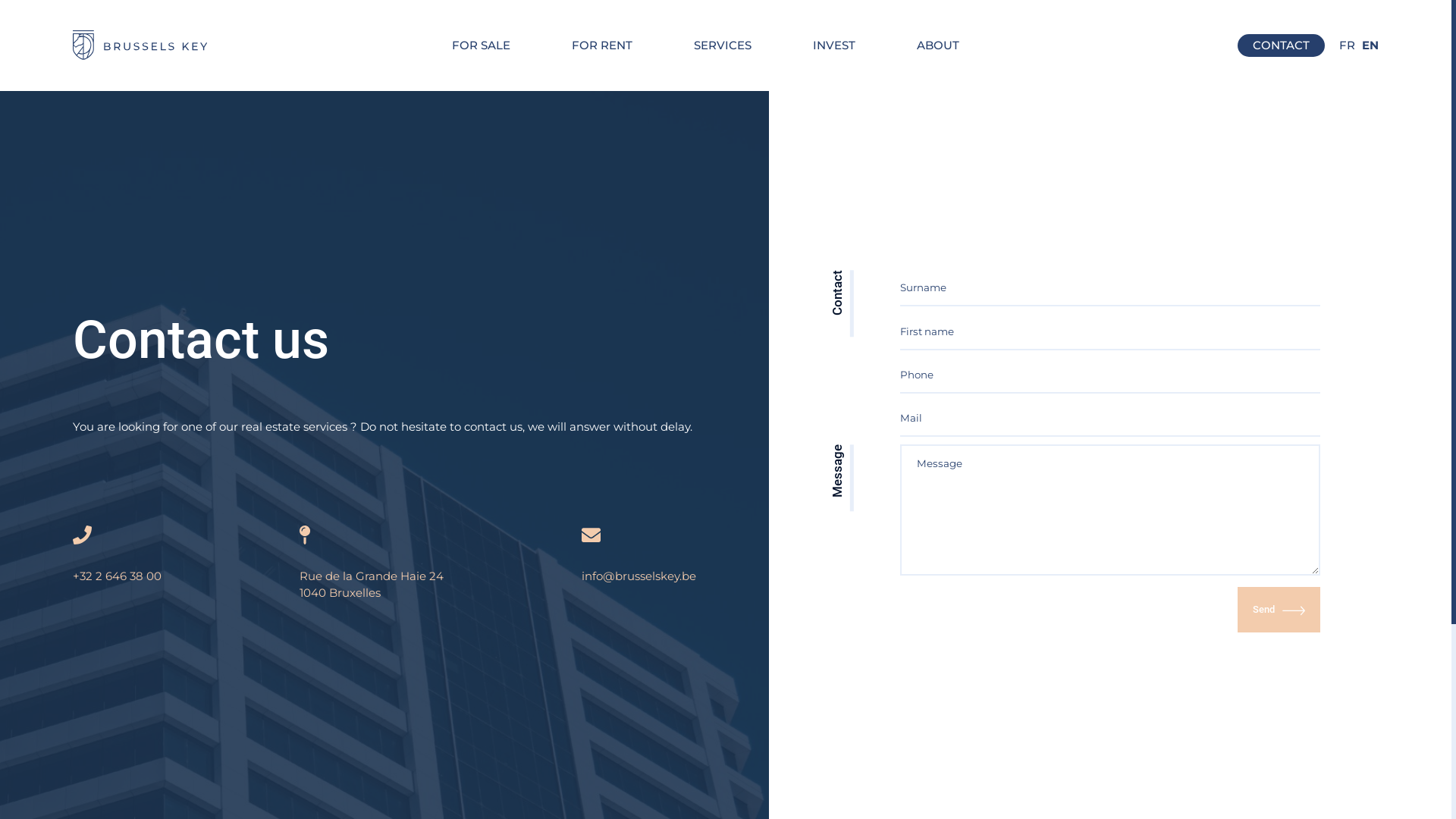 The height and width of the screenshot is (819, 1456). What do you see at coordinates (1347, 45) in the screenshot?
I see `'FR'` at bounding box center [1347, 45].